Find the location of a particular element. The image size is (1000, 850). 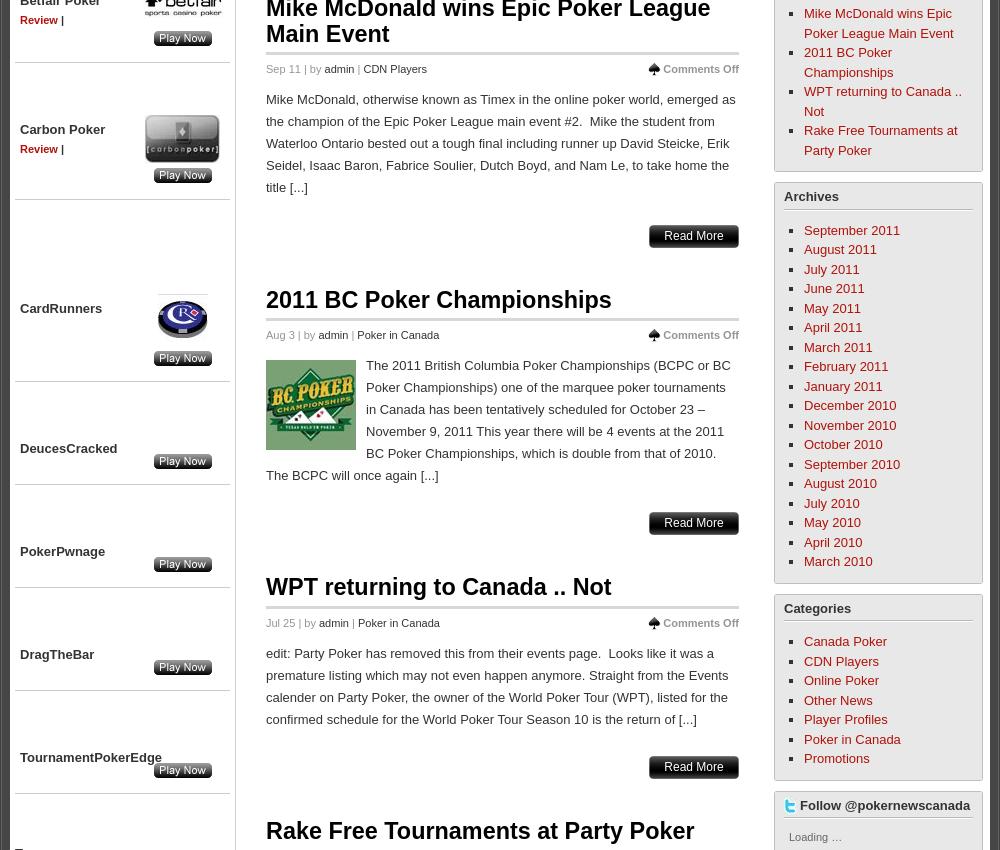

'February 2011' is located at coordinates (845, 365).